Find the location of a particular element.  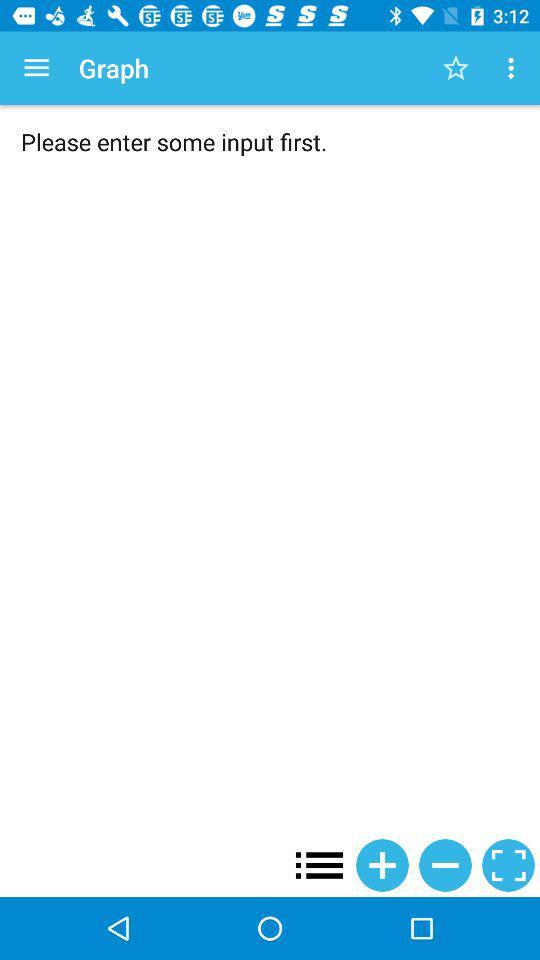

the list icon is located at coordinates (319, 864).